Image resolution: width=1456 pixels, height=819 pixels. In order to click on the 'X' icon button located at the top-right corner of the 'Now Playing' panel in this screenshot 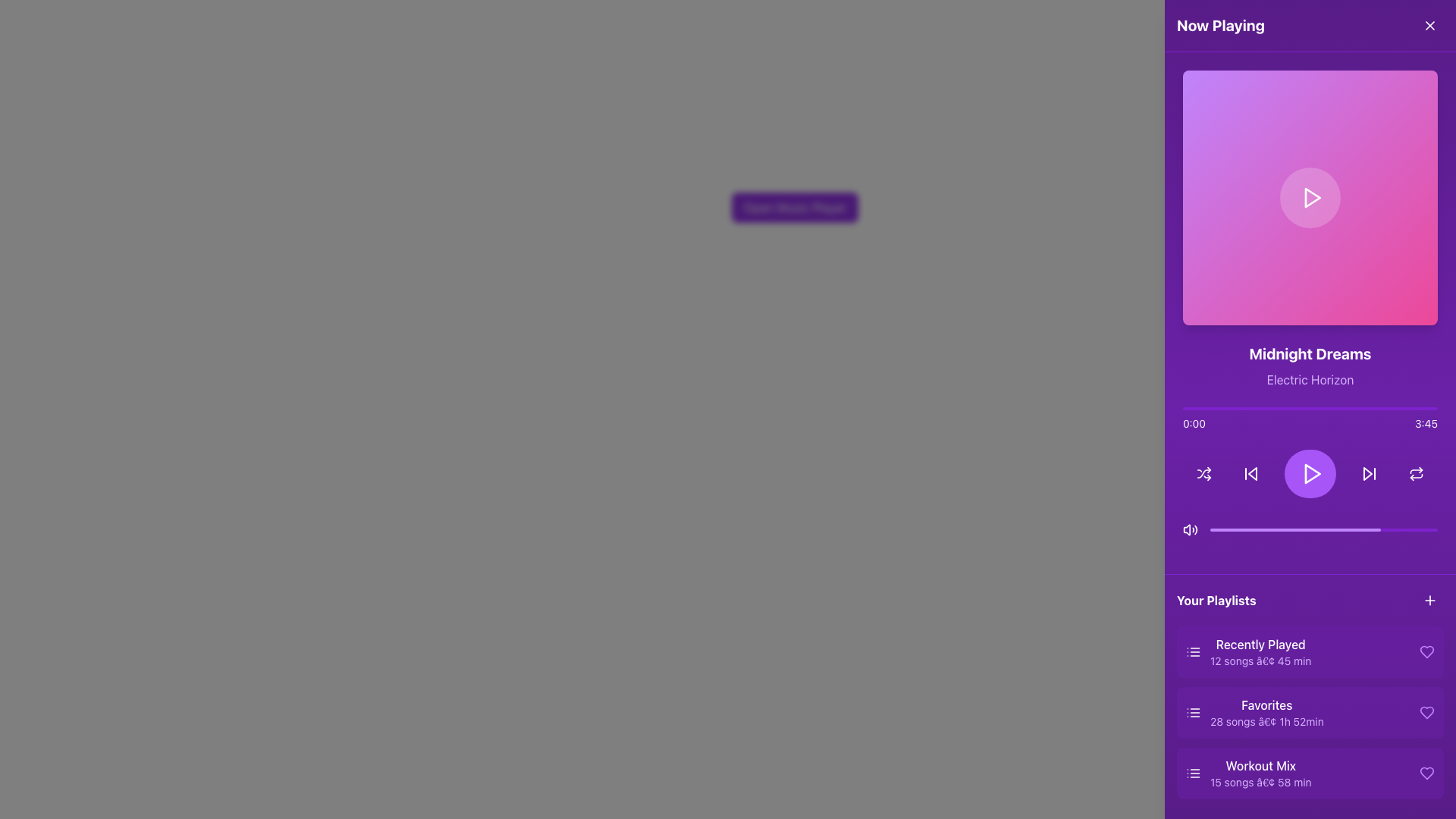, I will do `click(1429, 26)`.